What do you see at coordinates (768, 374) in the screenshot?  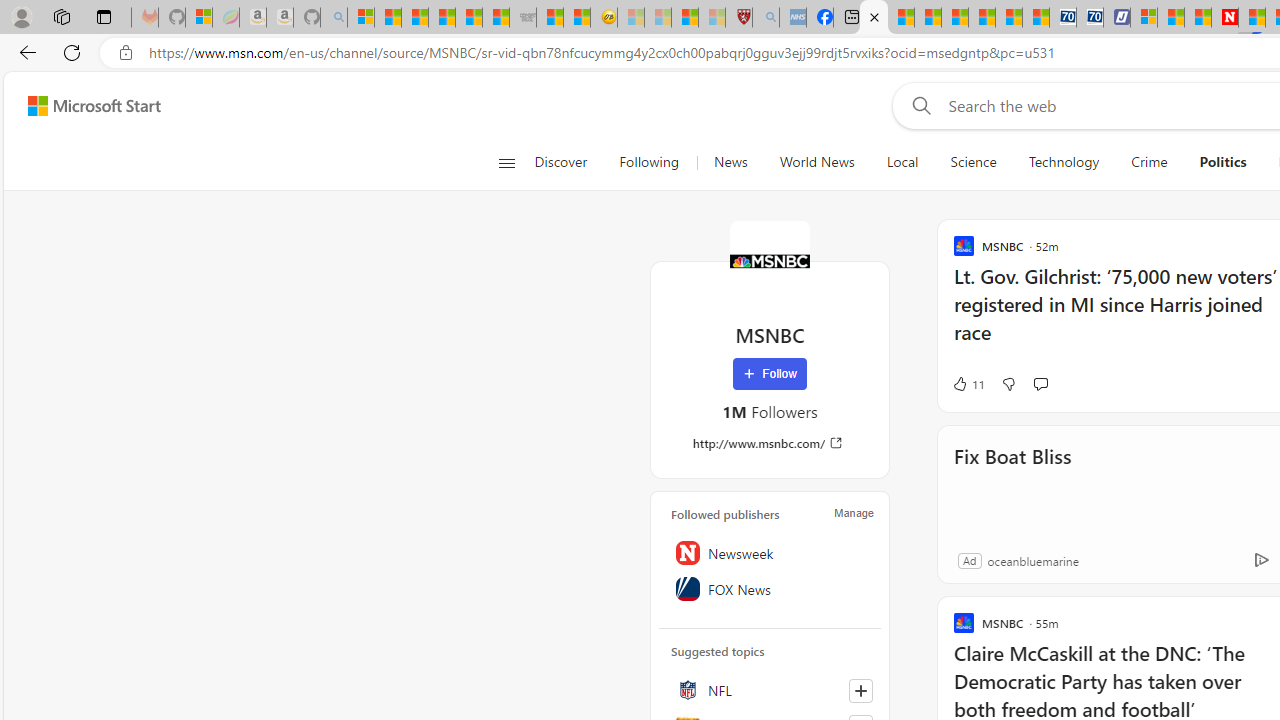 I see `'Follow'` at bounding box center [768, 374].